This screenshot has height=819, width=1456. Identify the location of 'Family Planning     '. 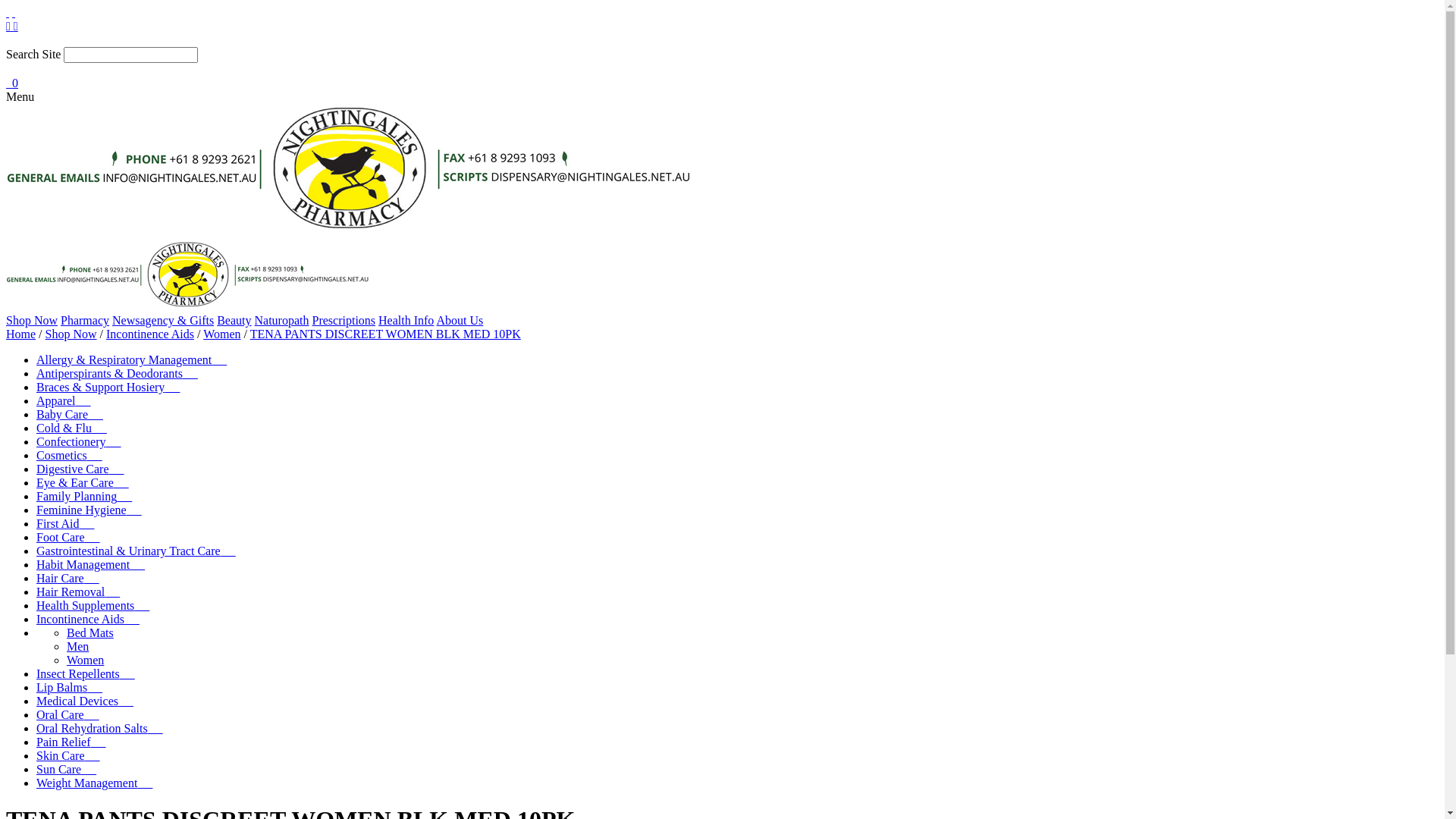
(83, 496).